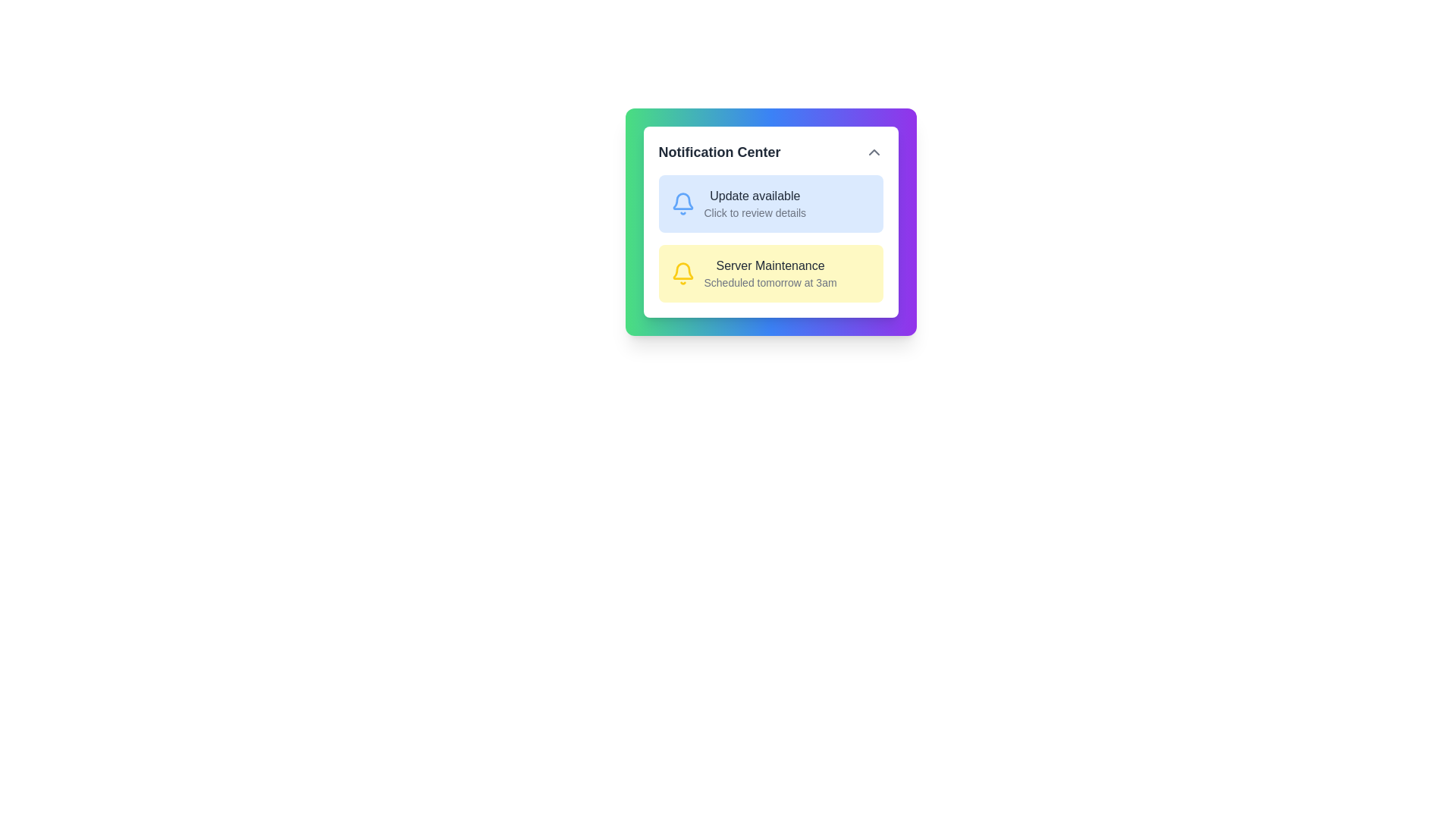 This screenshot has width=1456, height=819. Describe the element at coordinates (770, 203) in the screenshot. I see `the notification element that informs the user about update availability, positioned above the 'Server Maintenance' notification in the notification center panel` at that location.